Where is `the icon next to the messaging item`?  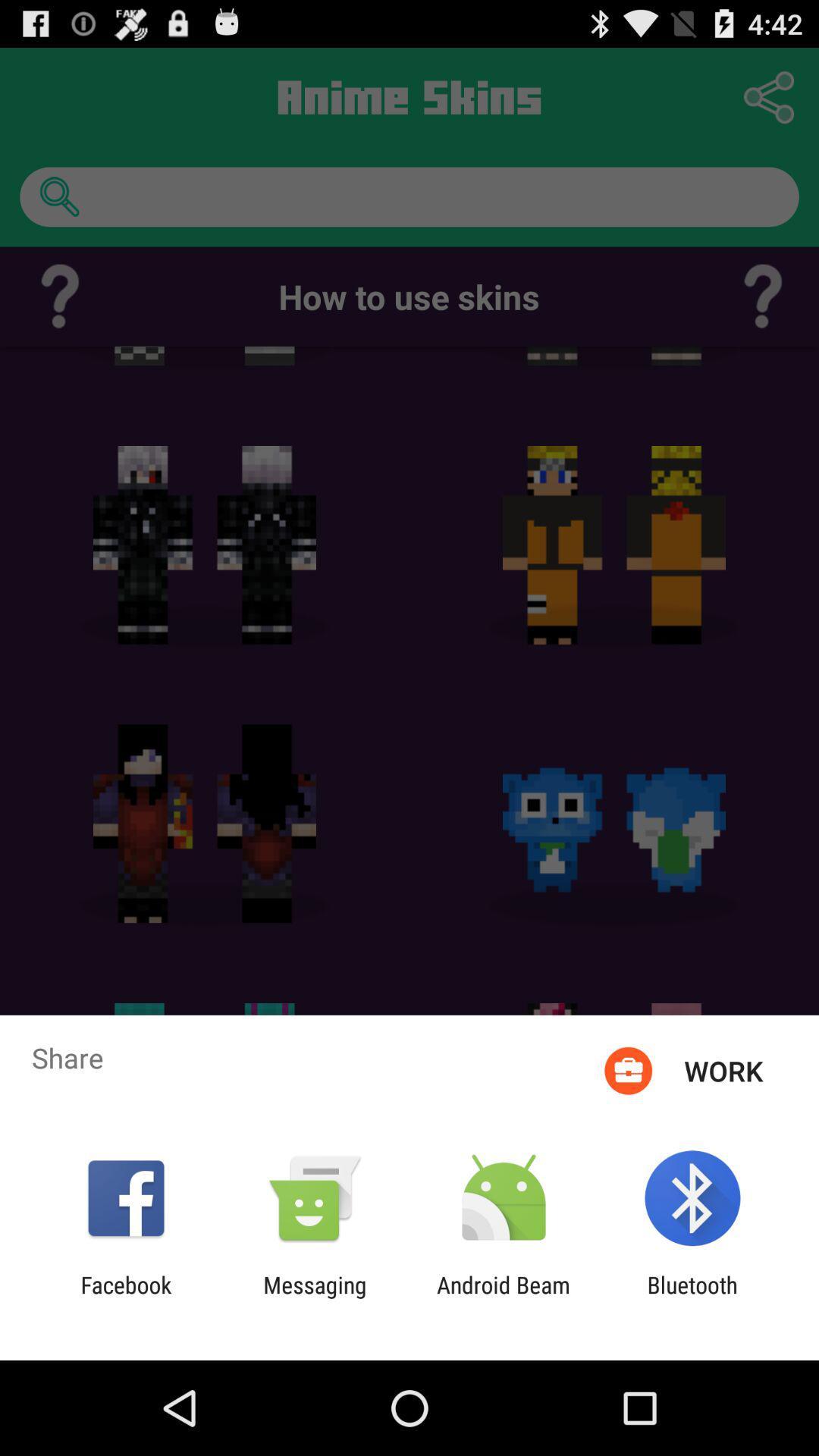
the icon next to the messaging item is located at coordinates (504, 1298).